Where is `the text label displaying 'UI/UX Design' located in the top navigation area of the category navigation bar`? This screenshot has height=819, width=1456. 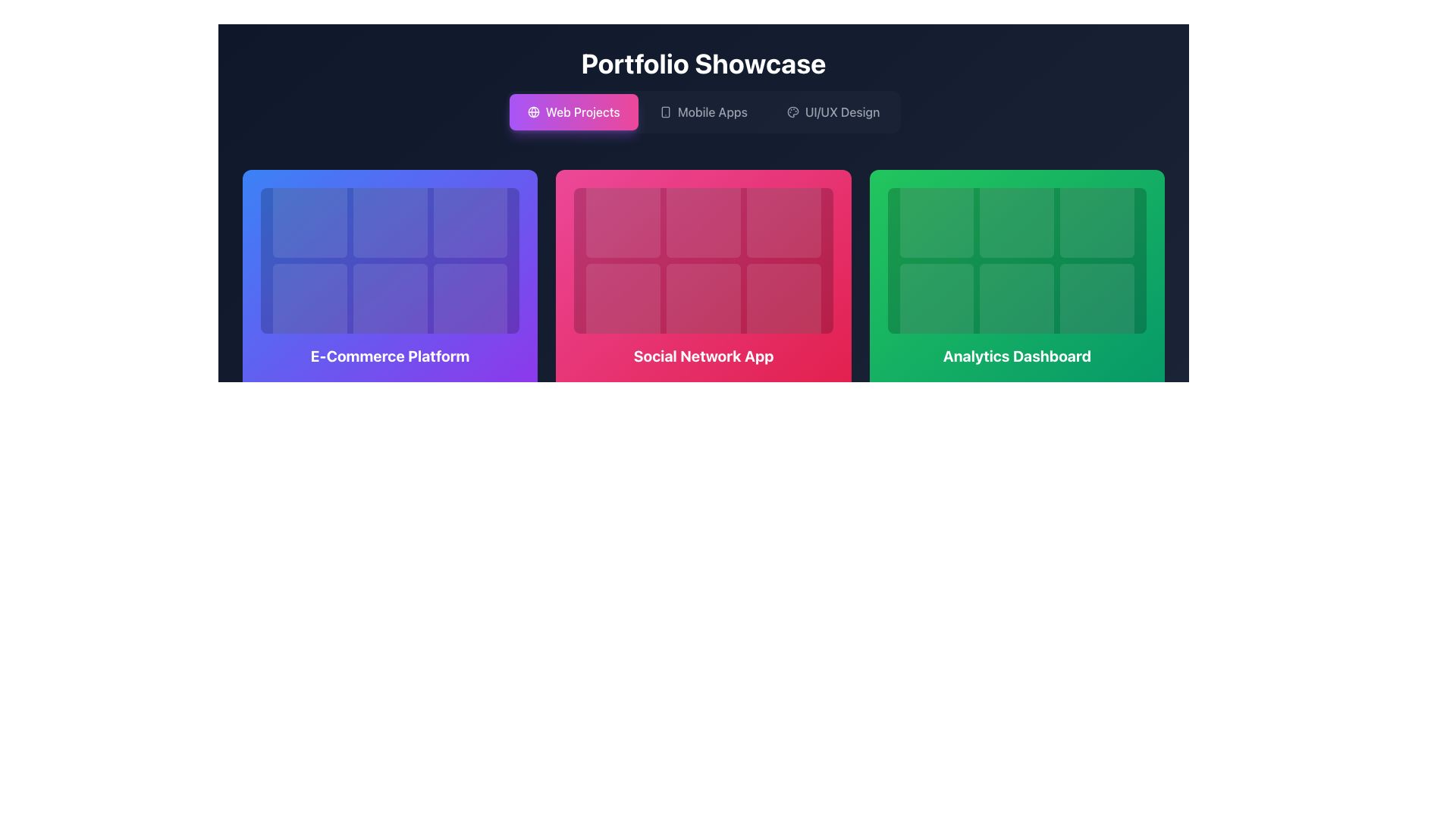 the text label displaying 'UI/UX Design' located in the top navigation area of the category navigation bar is located at coordinates (842, 111).